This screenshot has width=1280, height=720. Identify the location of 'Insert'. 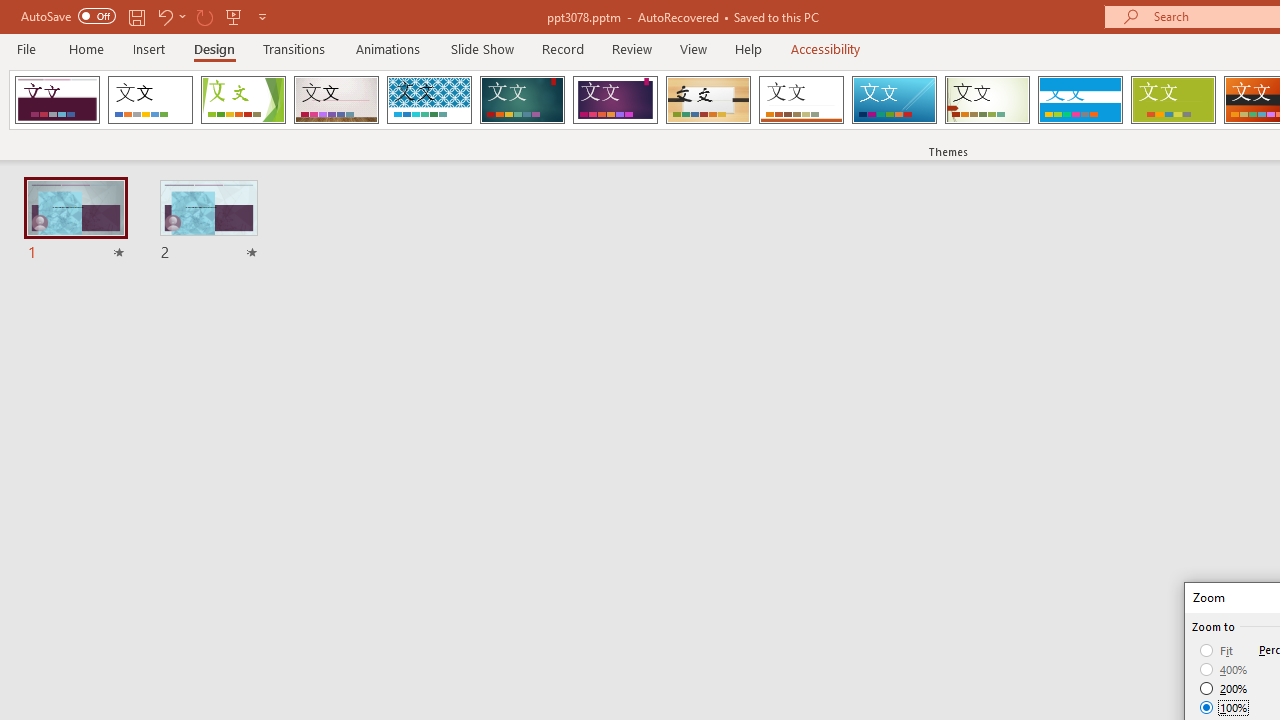
(148, 48).